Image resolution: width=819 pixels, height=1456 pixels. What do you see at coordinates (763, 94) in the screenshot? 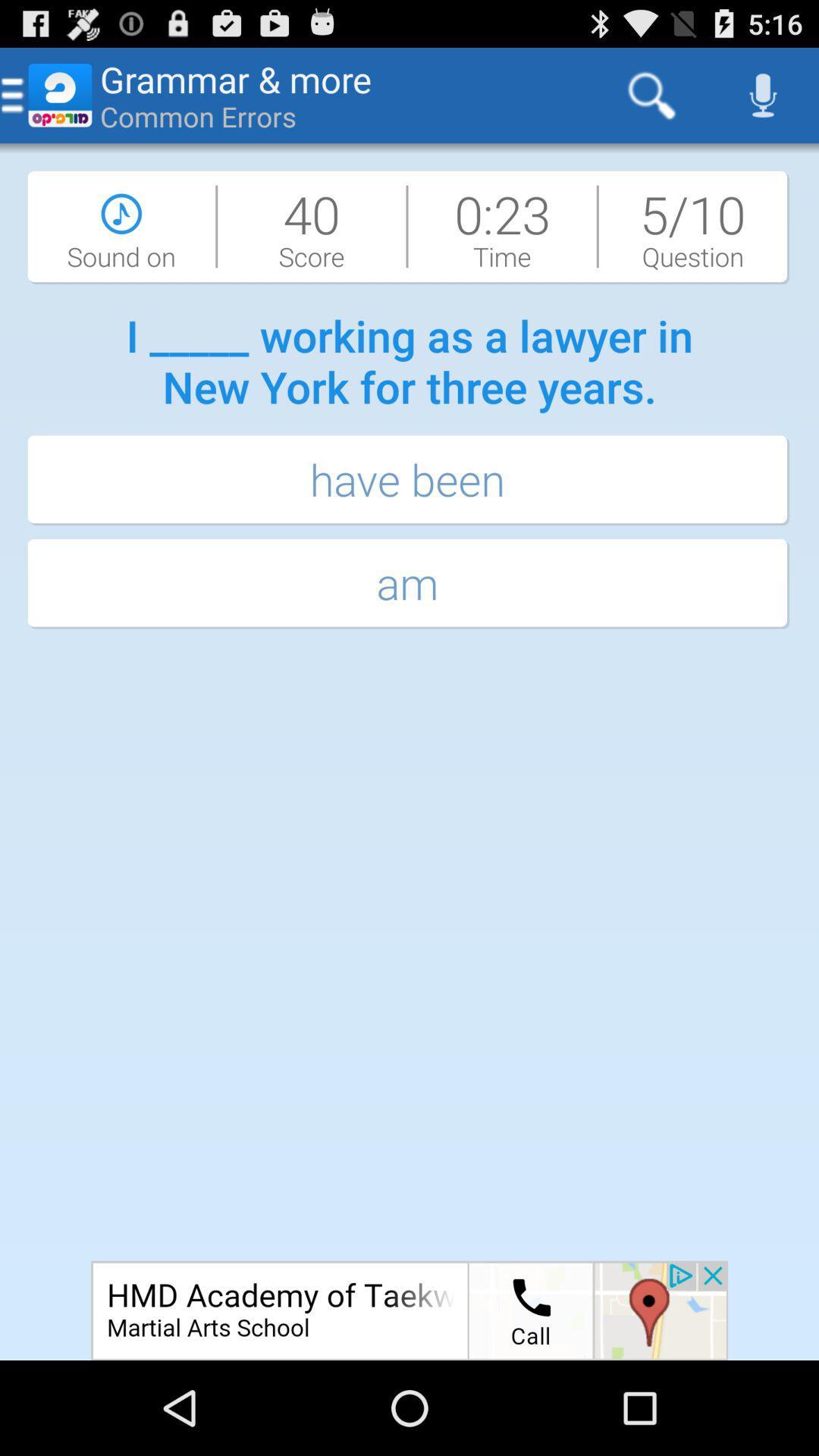
I see `the icon at the top right corner of the page` at bounding box center [763, 94].